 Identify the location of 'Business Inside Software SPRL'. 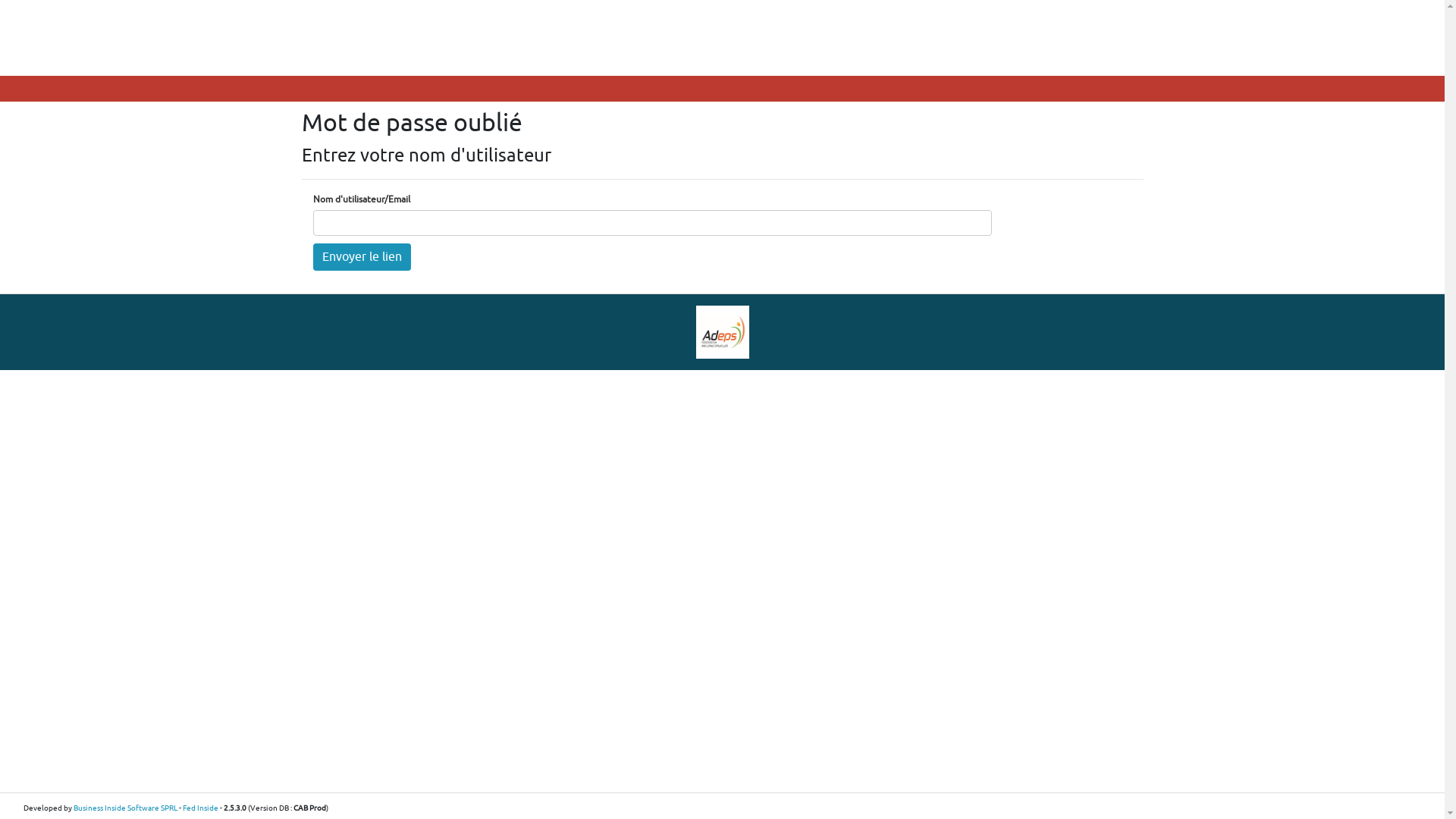
(125, 807).